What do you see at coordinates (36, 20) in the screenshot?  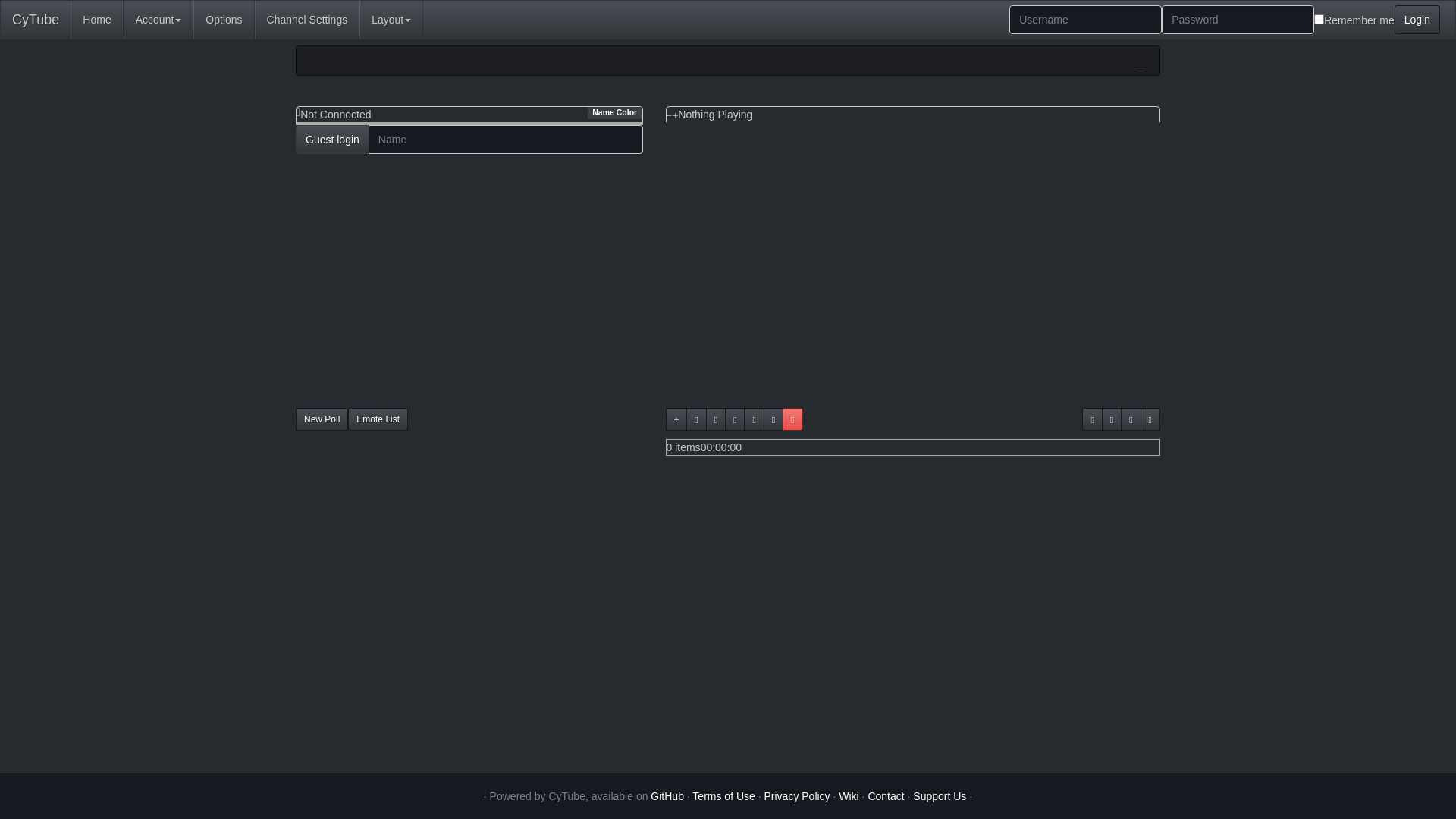 I see `'CyTube'` at bounding box center [36, 20].